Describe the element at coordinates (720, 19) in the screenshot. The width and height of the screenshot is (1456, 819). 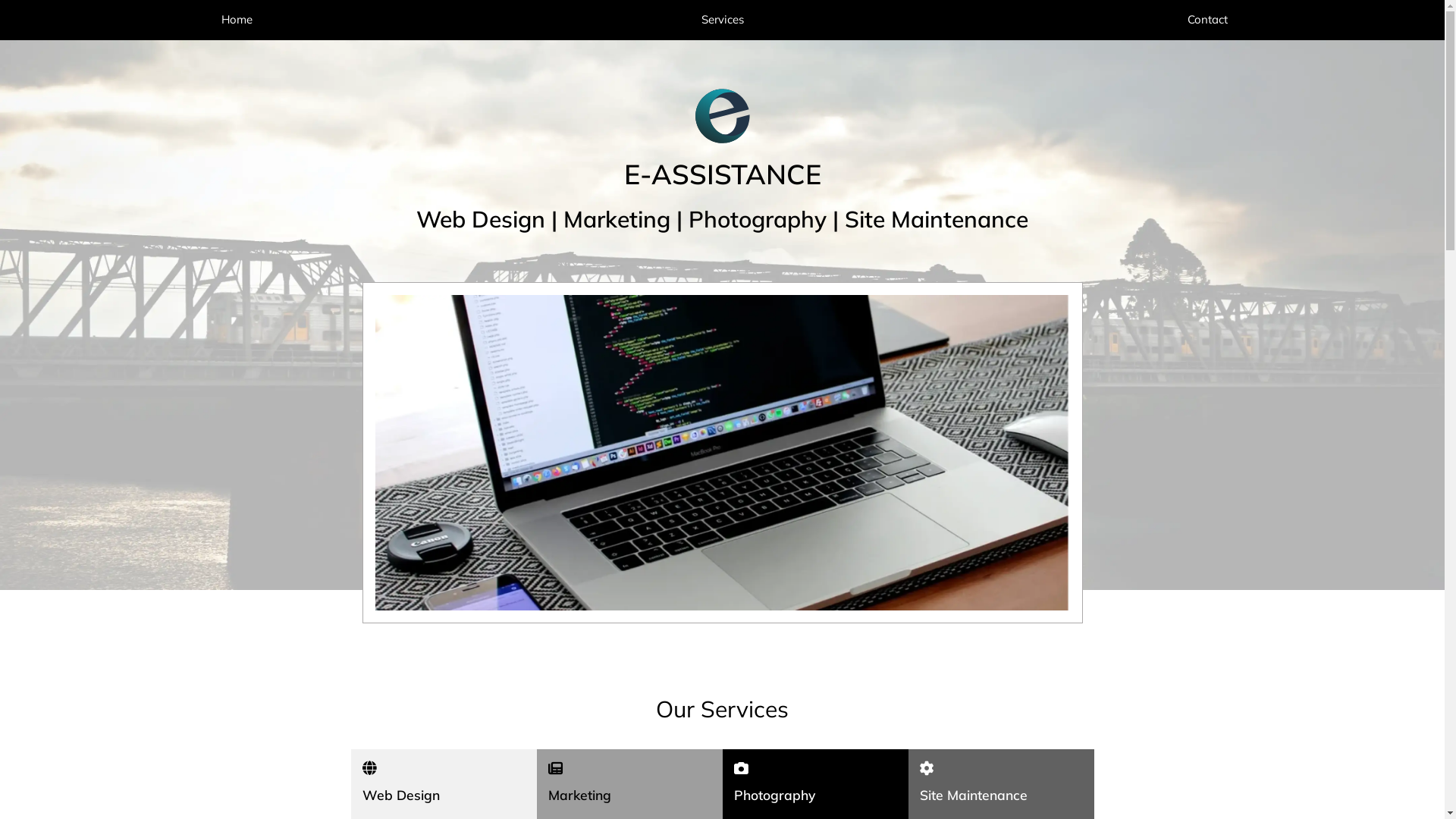
I see `'Services'` at that location.